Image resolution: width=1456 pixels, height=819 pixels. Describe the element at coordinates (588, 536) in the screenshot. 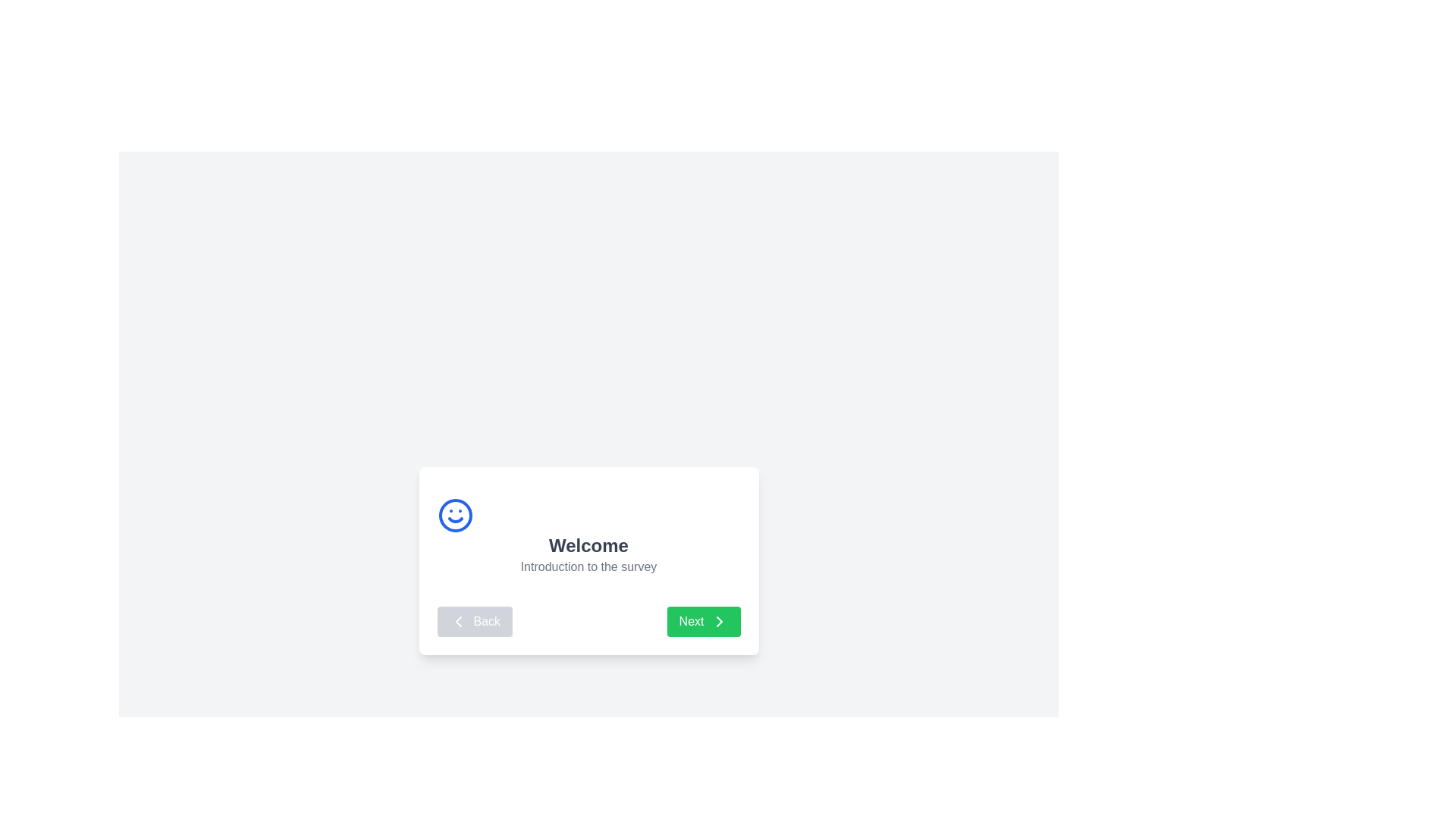

I see `the introductory information displayed in the welcoming header section of the survey interface` at that location.